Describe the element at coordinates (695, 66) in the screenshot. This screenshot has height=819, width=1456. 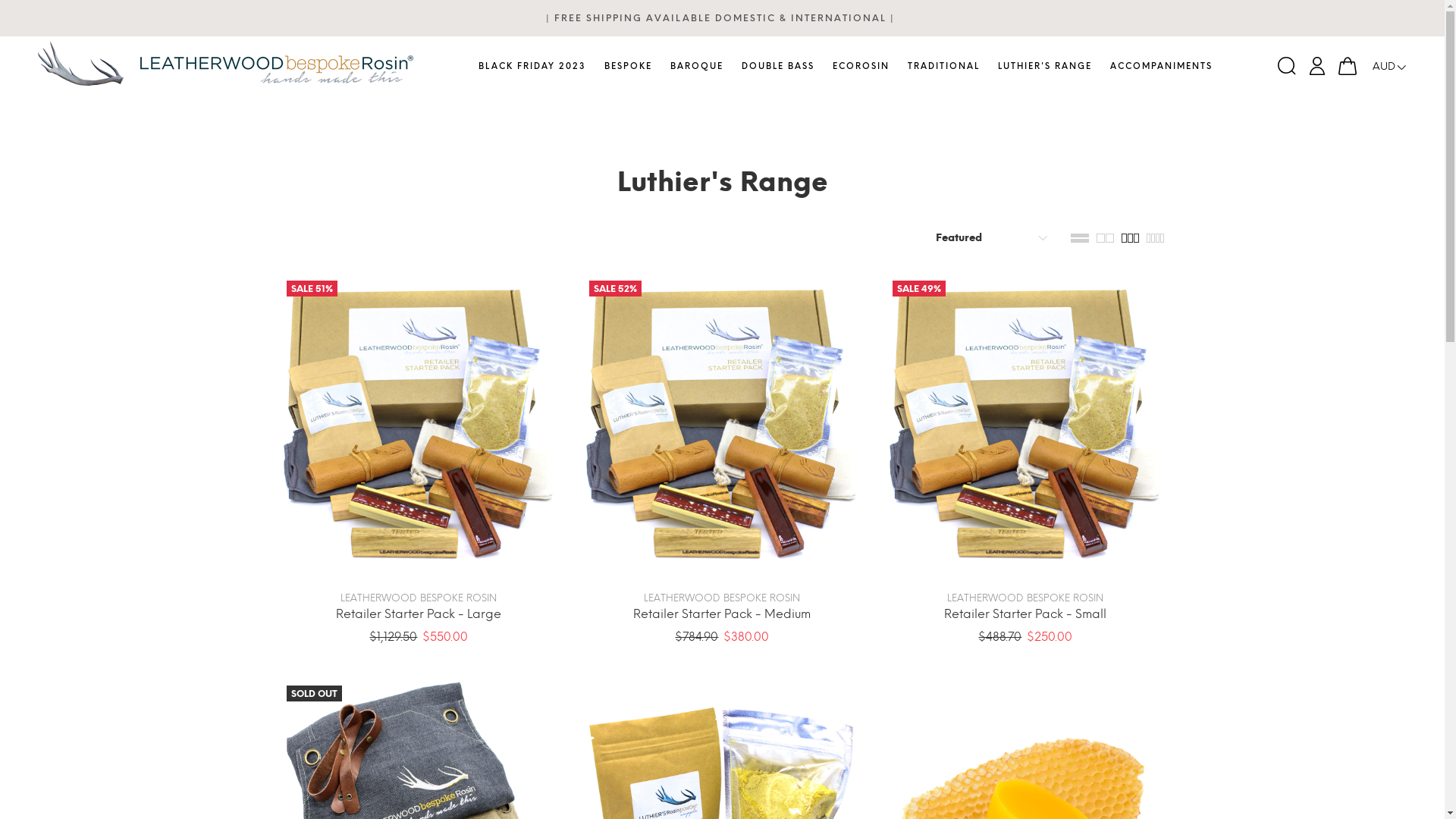
I see `'BAROQUE'` at that location.